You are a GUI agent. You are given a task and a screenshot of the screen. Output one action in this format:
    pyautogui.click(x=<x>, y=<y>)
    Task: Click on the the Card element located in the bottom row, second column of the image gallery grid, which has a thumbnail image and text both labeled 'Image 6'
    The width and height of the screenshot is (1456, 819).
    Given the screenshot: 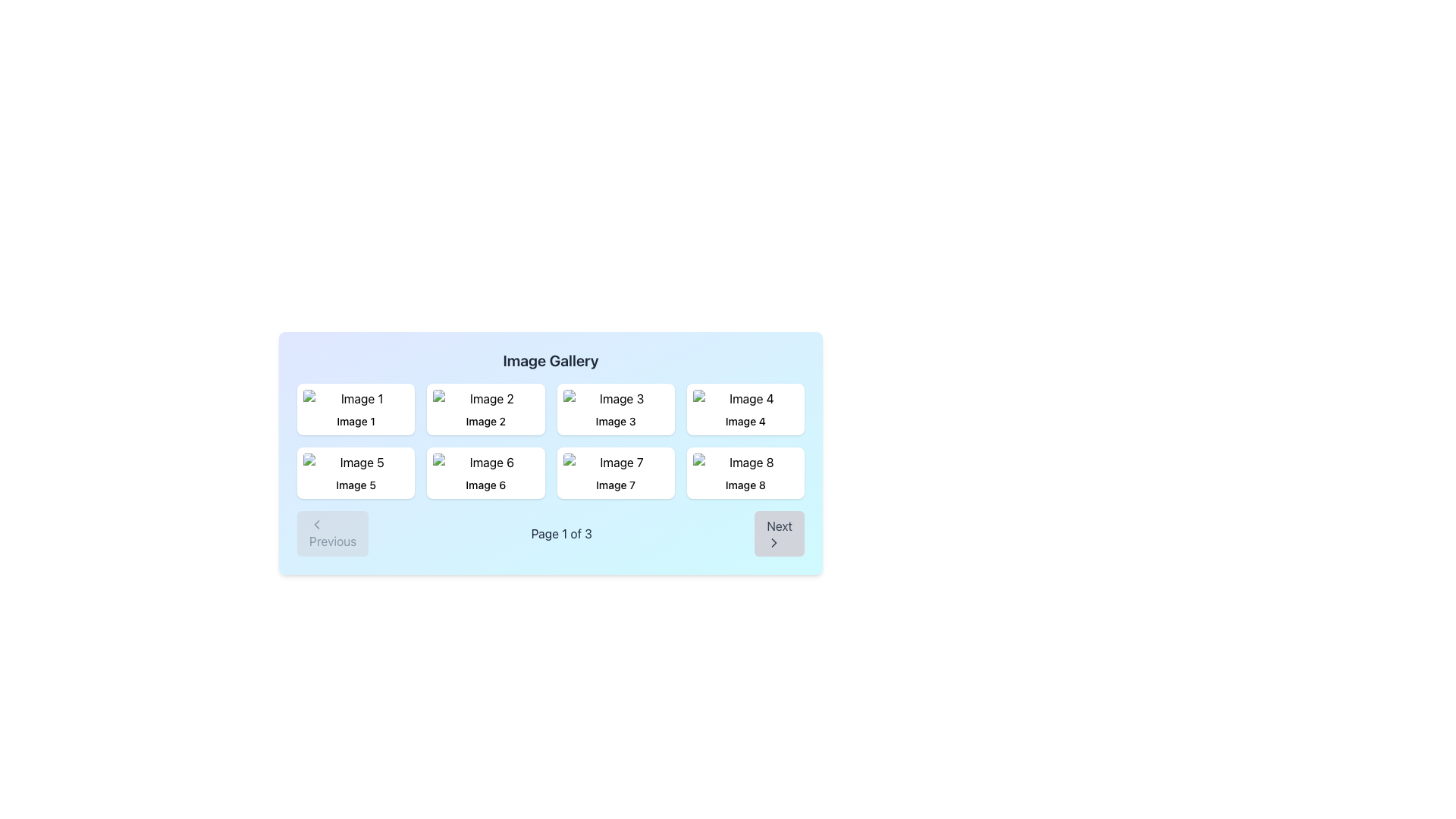 What is the action you would take?
    pyautogui.click(x=485, y=472)
    